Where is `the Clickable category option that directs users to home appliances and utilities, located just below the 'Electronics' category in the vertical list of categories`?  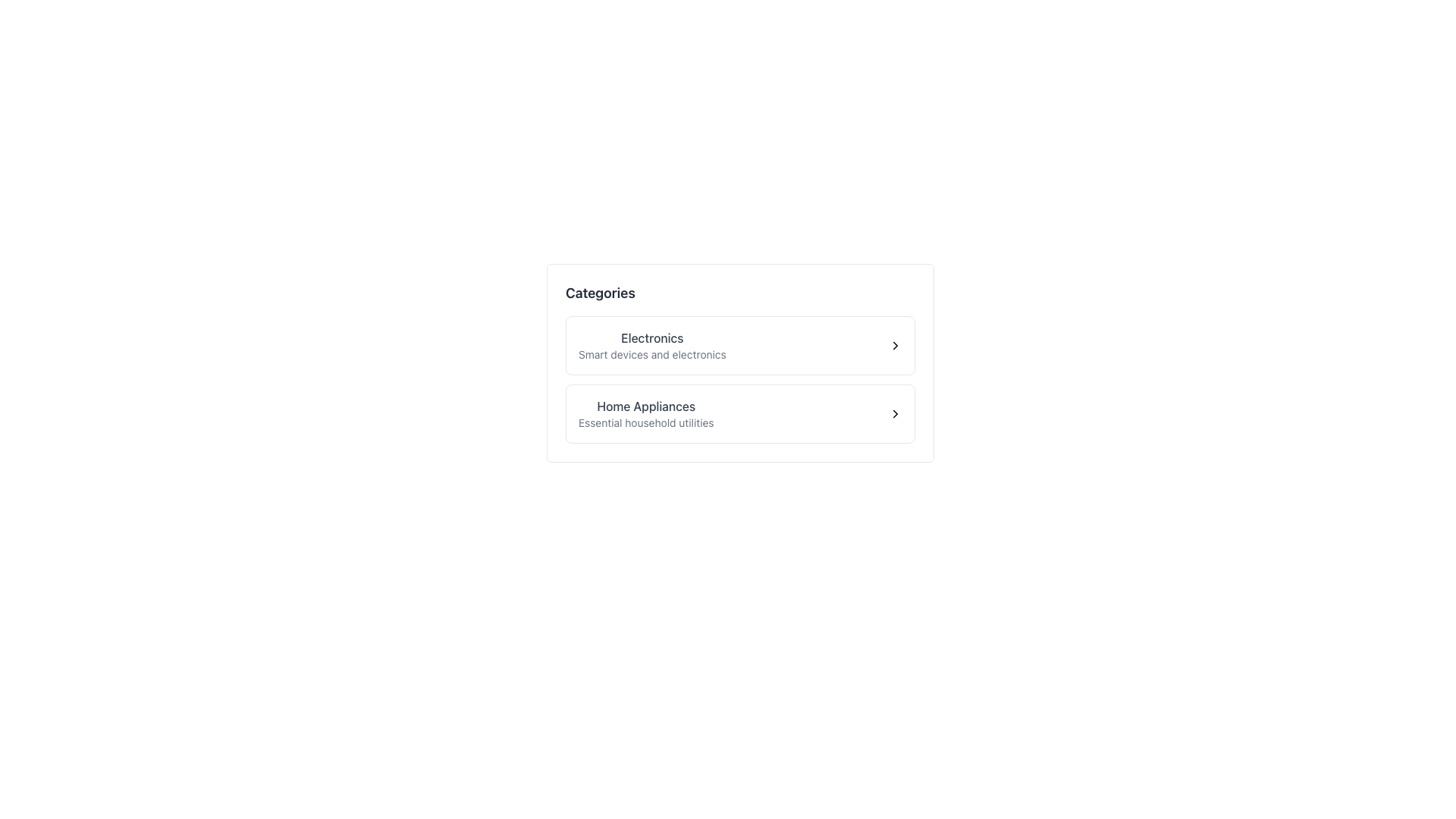
the Clickable category option that directs users to home appliances and utilities, located just below the 'Electronics' category in the vertical list of categories is located at coordinates (740, 414).